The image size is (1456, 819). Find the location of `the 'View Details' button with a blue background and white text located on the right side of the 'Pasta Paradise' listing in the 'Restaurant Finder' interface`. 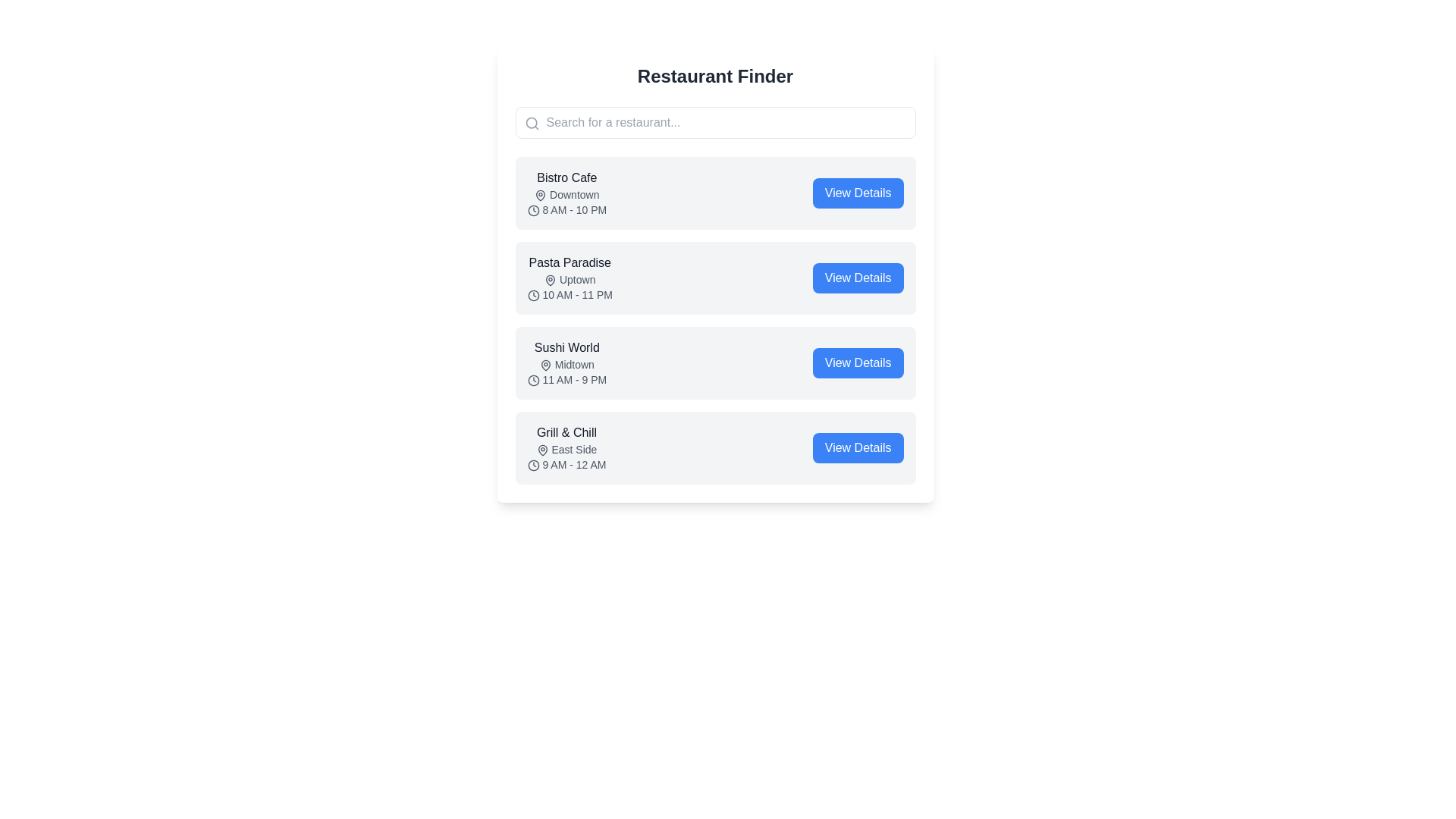

the 'View Details' button with a blue background and white text located on the right side of the 'Pasta Paradise' listing in the 'Restaurant Finder' interface is located at coordinates (858, 278).